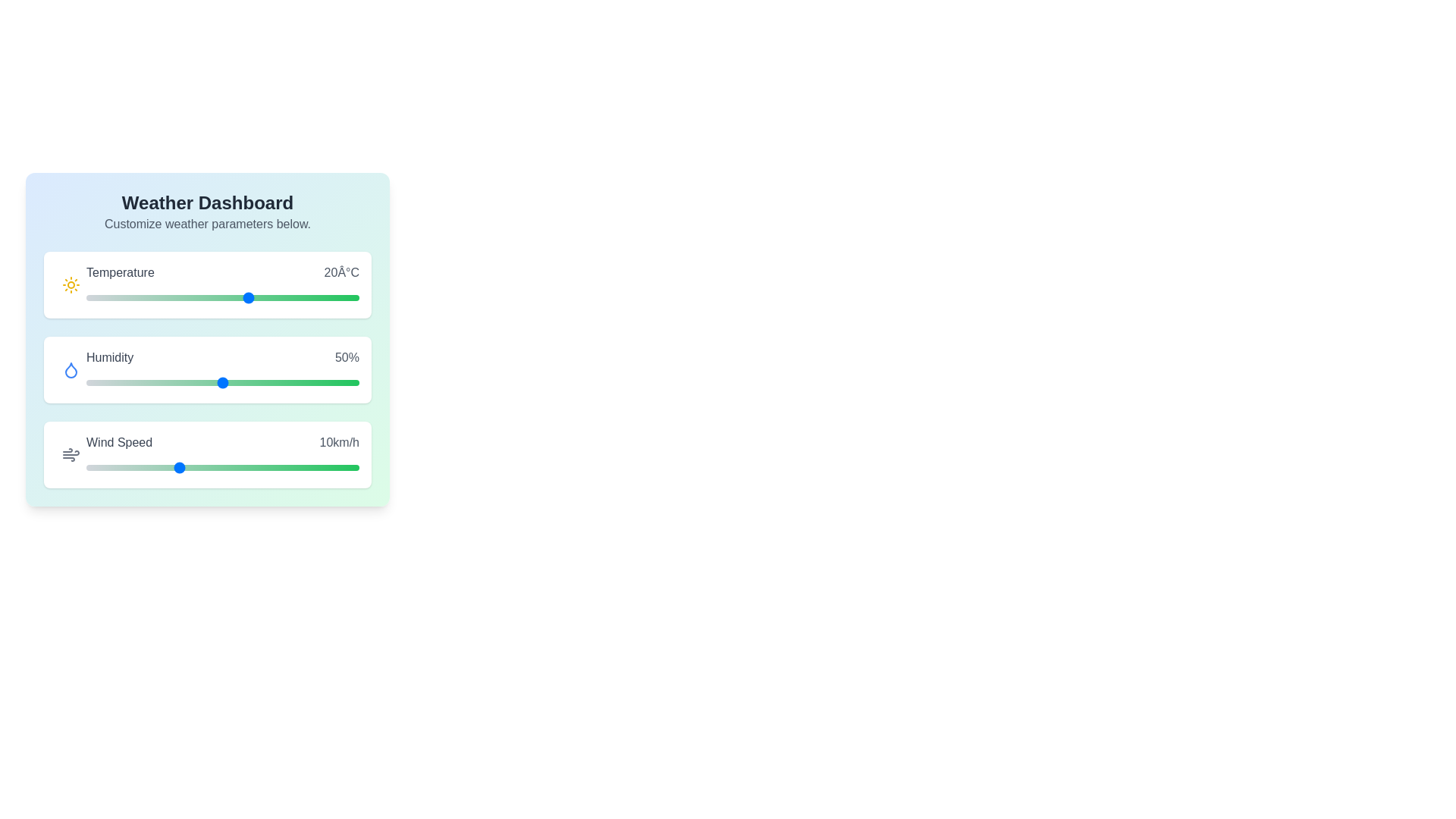  Describe the element at coordinates (99, 382) in the screenshot. I see `the humidity slider to 5%` at that location.